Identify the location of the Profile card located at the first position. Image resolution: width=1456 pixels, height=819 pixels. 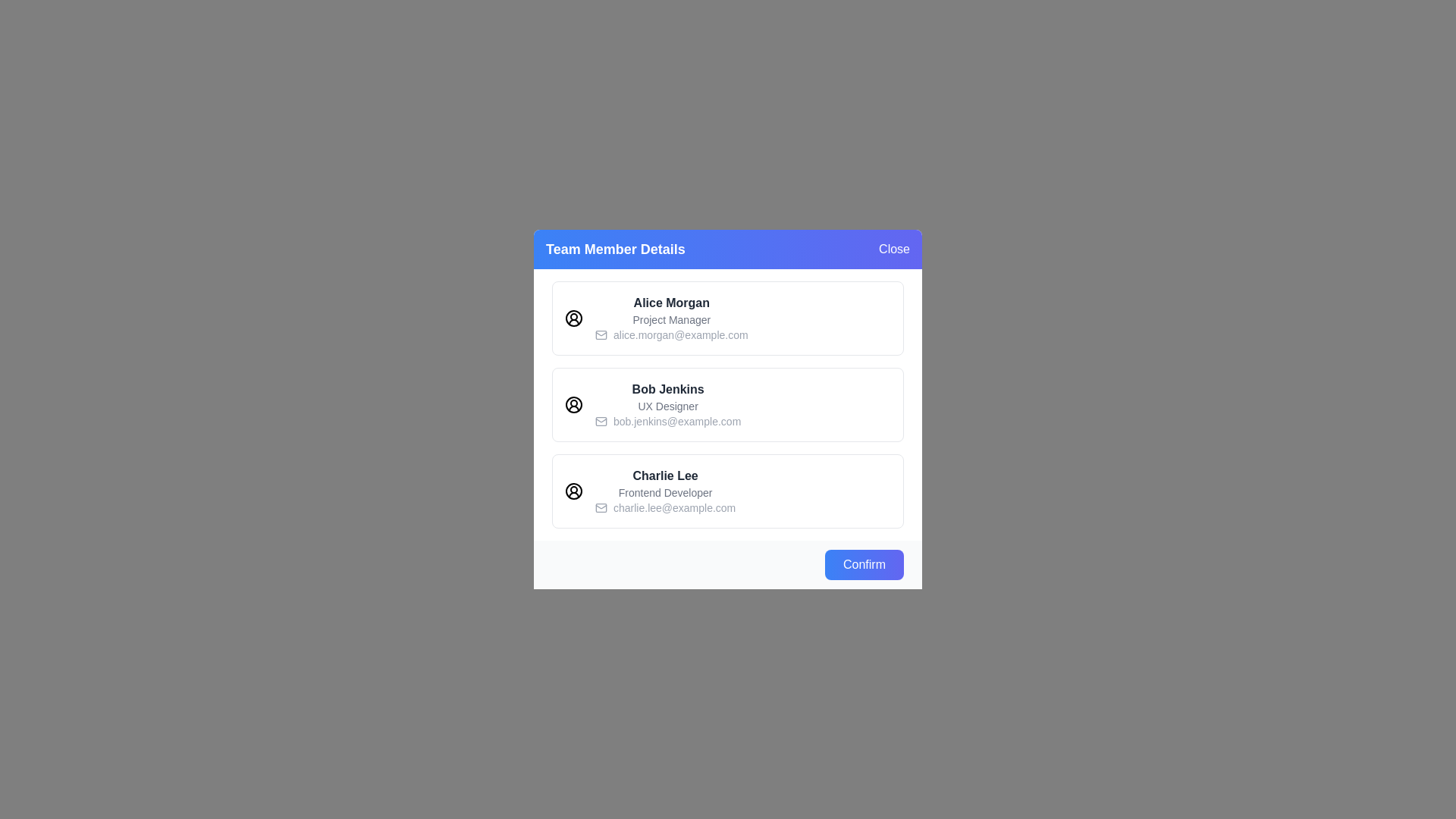
(728, 318).